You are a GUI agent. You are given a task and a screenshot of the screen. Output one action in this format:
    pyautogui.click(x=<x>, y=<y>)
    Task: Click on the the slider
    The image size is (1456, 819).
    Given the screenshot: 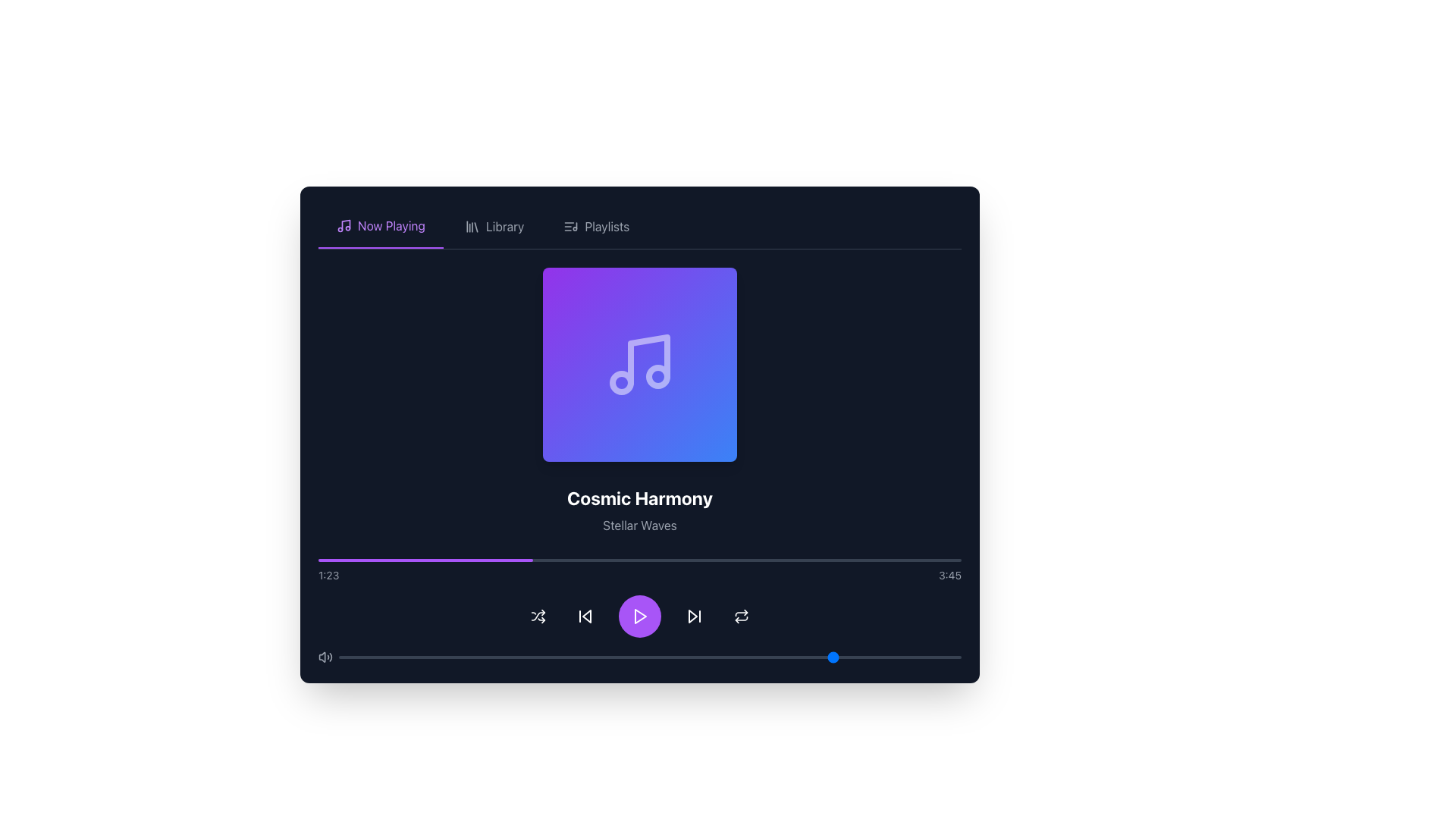 What is the action you would take?
    pyautogui.click(x=811, y=657)
    